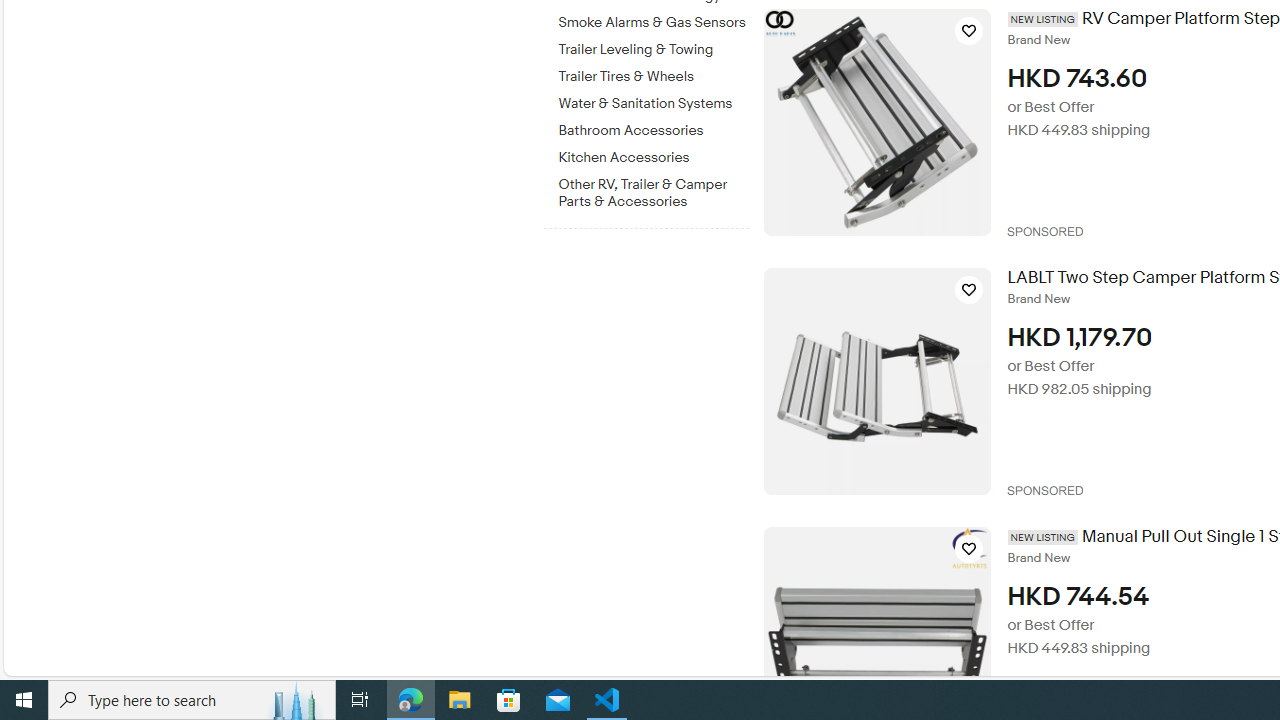  I want to click on 'Trailer Tires & Wheels', so click(653, 76).